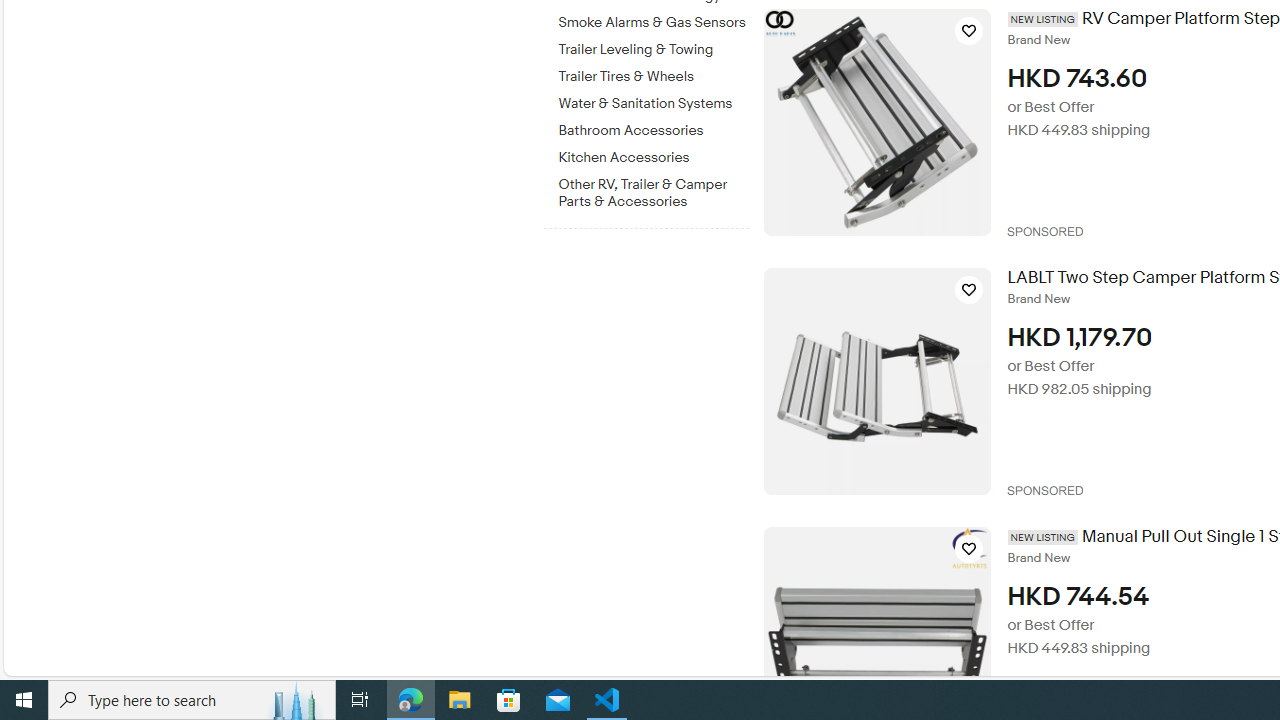  I want to click on 'Trailer Tires & Wheels', so click(653, 76).